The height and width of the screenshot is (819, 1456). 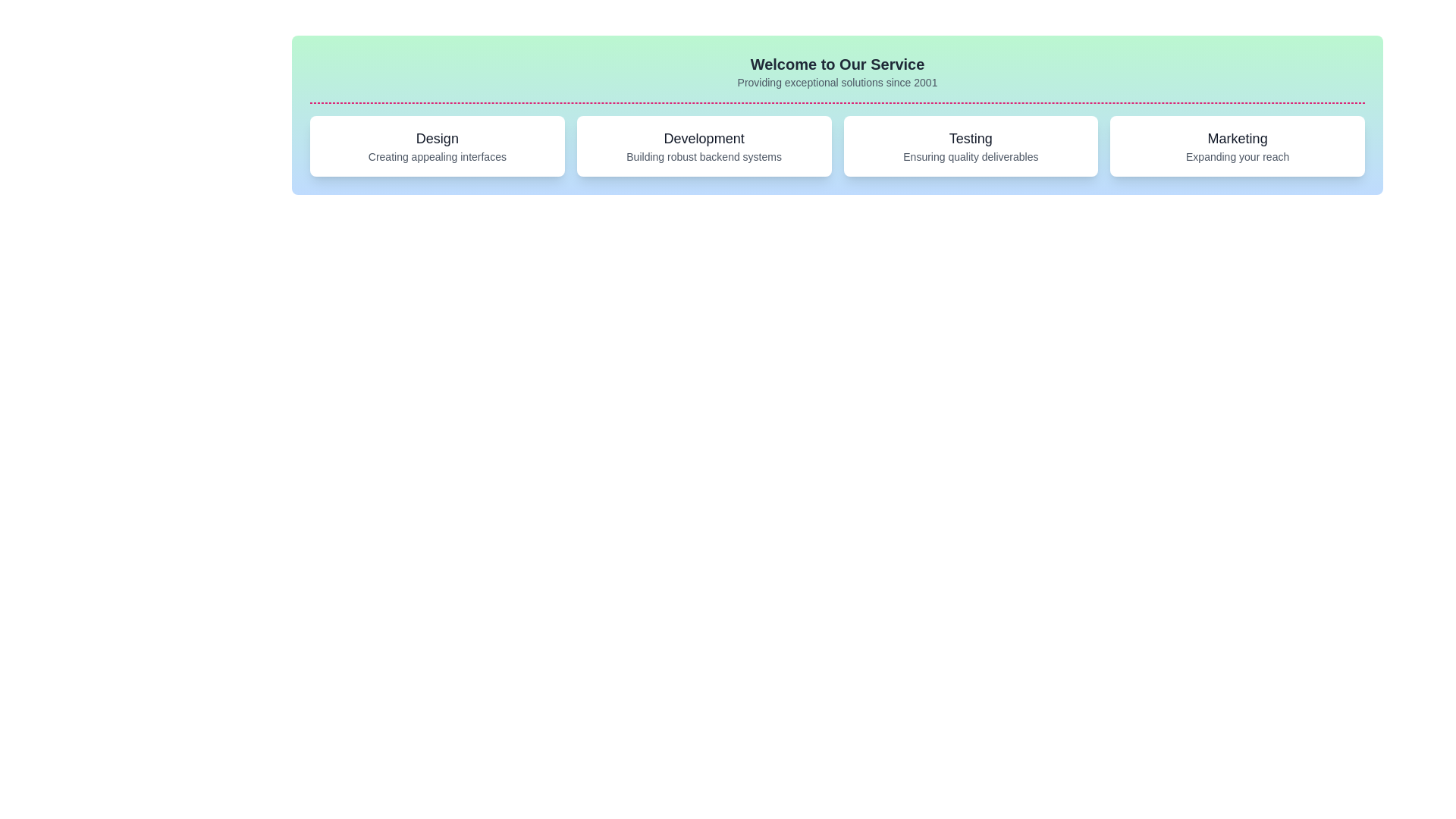 I want to click on visual content of the Informational card that presents marketing information, positioned as the fourth card in a horizontal grid layout, immediately to the right of the 'Testing' card, so click(x=1238, y=146).